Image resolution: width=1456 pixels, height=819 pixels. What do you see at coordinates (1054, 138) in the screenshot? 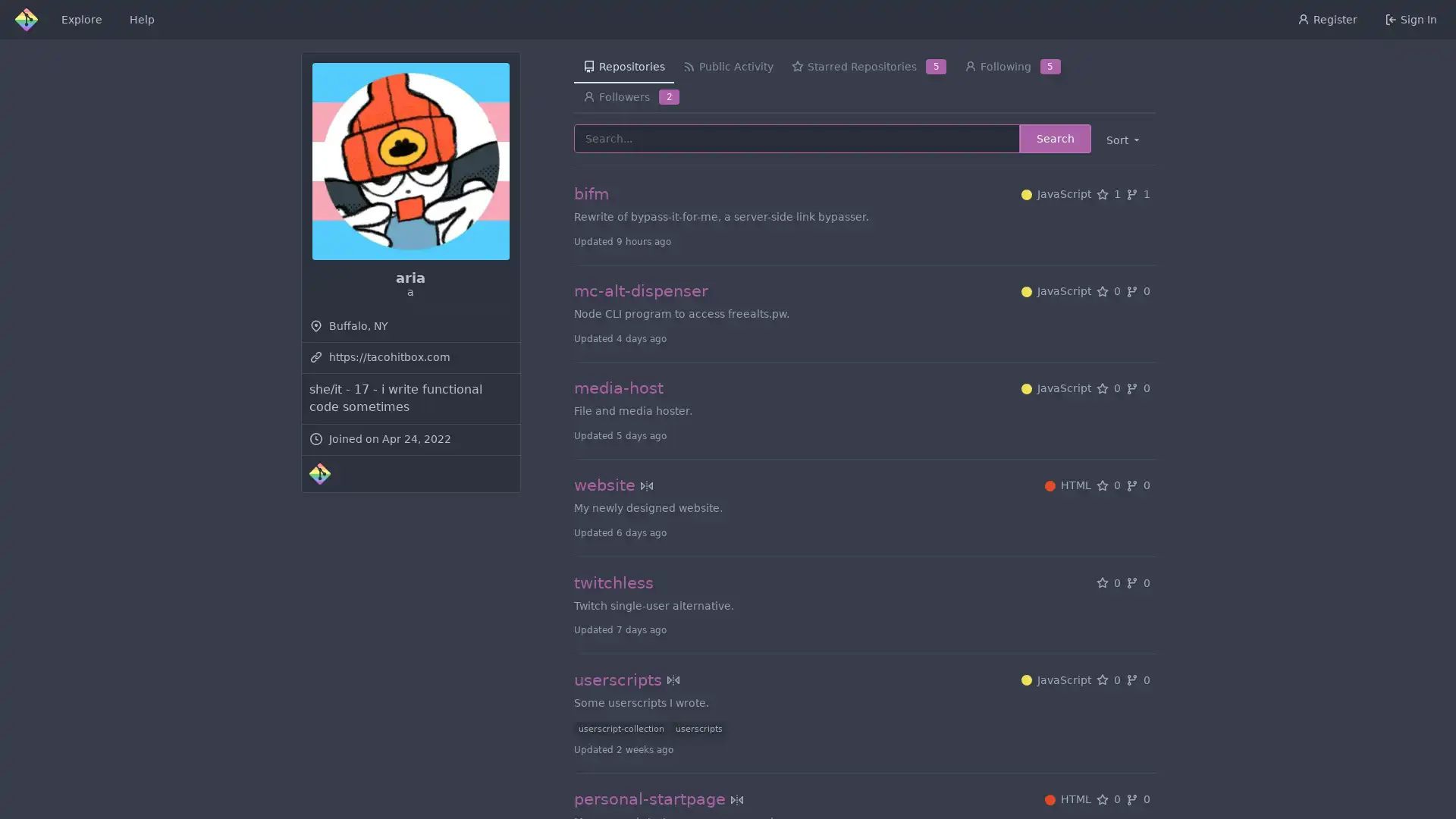
I see `Search` at bounding box center [1054, 138].